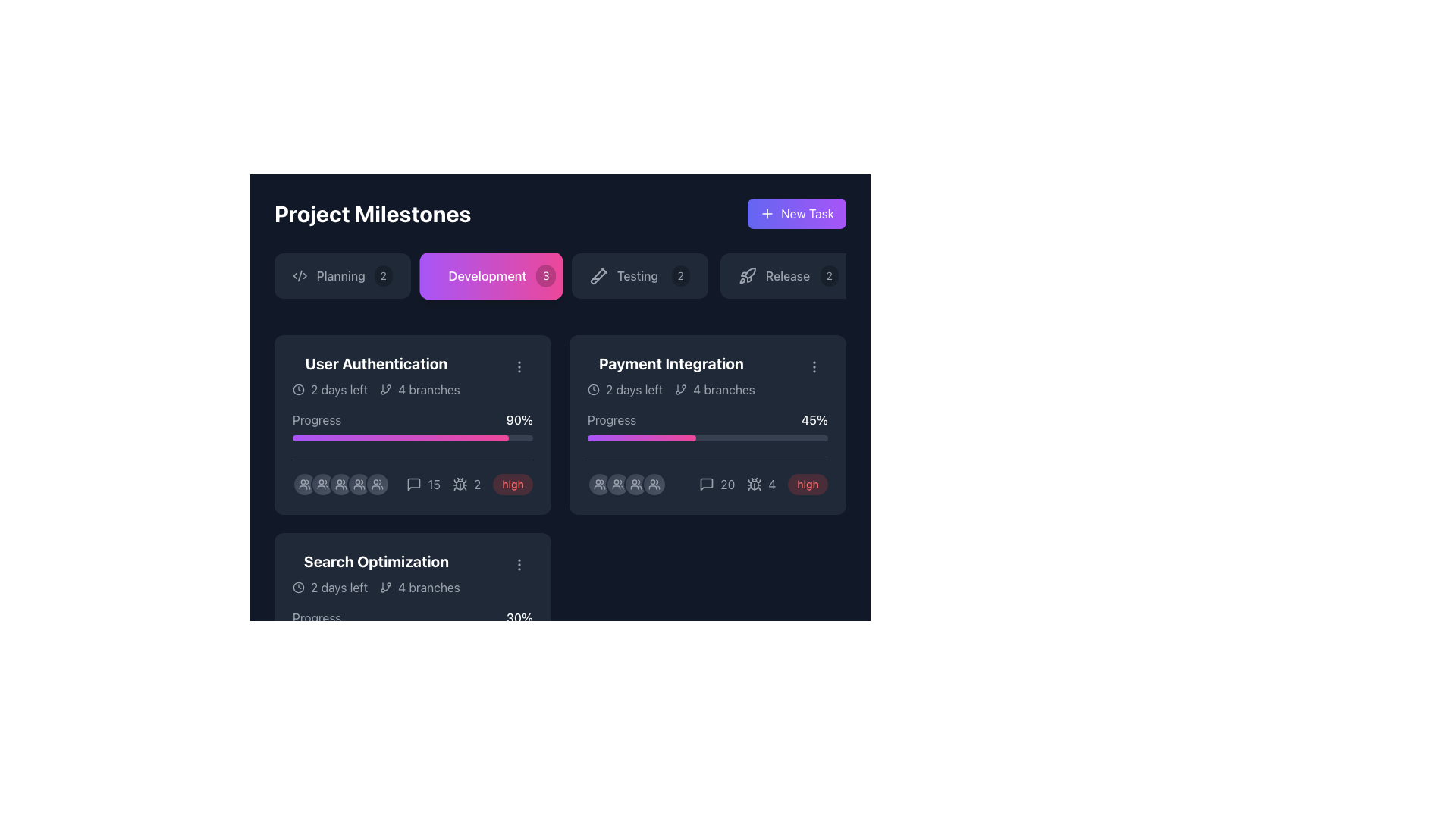  Describe the element at coordinates (386, 388) in the screenshot. I see `the Git branch icon located to the left of the '4 branches' text in the 'User Authentication' card` at that location.